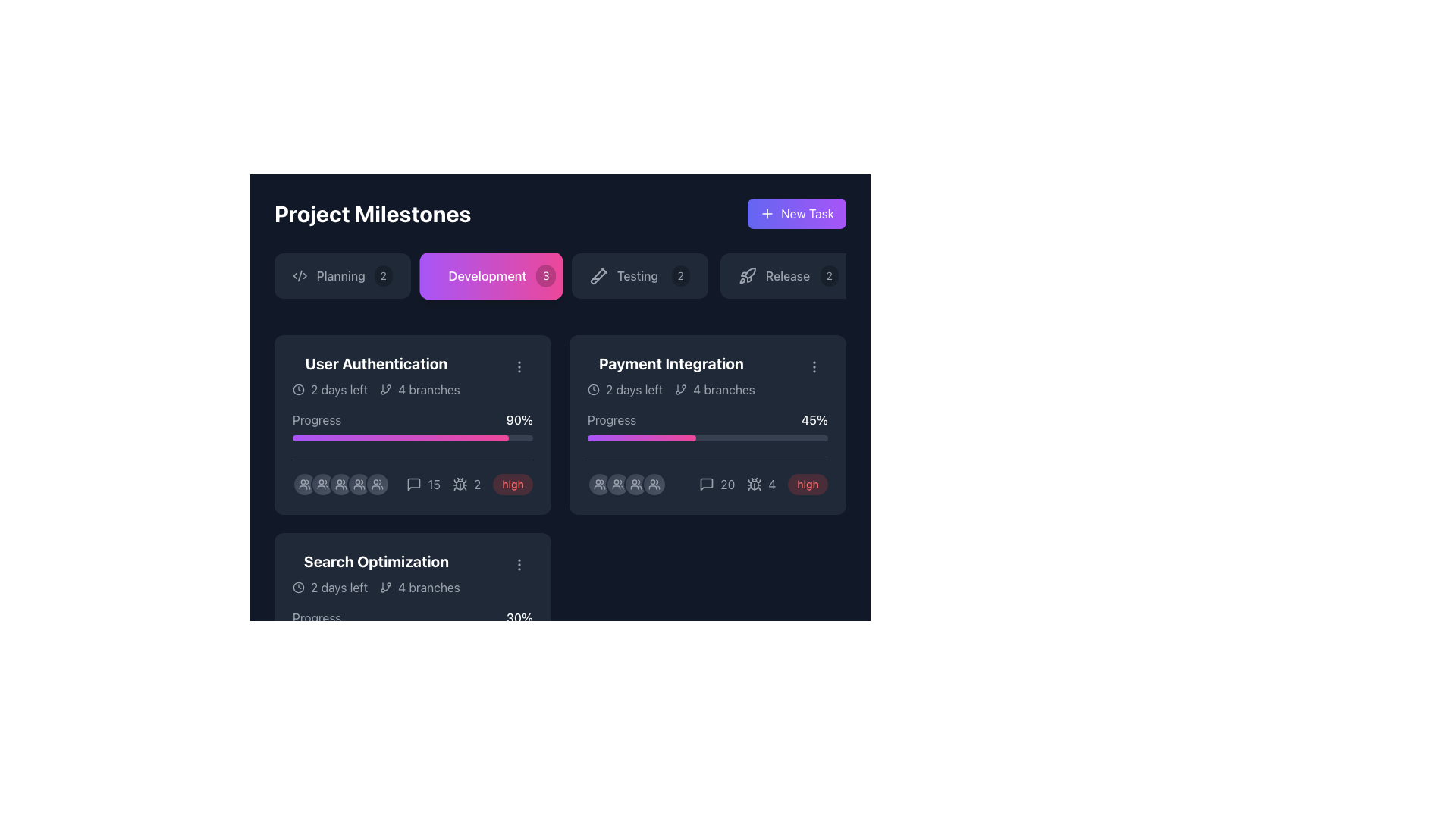  Describe the element at coordinates (386, 388) in the screenshot. I see `the Git branch icon located to the left of the '4 branches' text in the 'User Authentication' card` at that location.